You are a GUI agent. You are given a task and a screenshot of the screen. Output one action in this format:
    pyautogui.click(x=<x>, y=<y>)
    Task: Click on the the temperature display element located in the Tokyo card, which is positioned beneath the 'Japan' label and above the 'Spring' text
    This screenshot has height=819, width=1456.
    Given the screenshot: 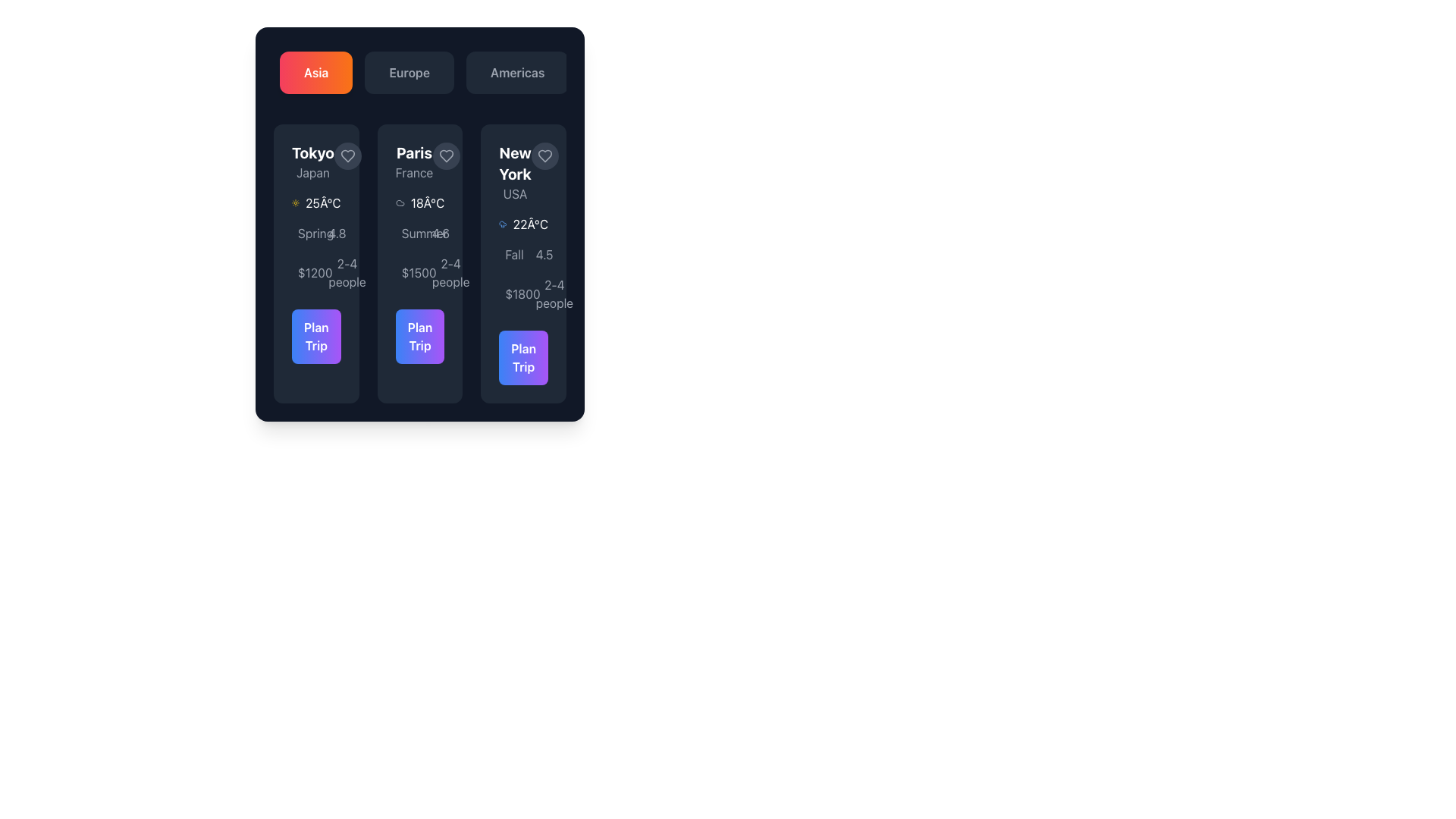 What is the action you would take?
    pyautogui.click(x=315, y=202)
    